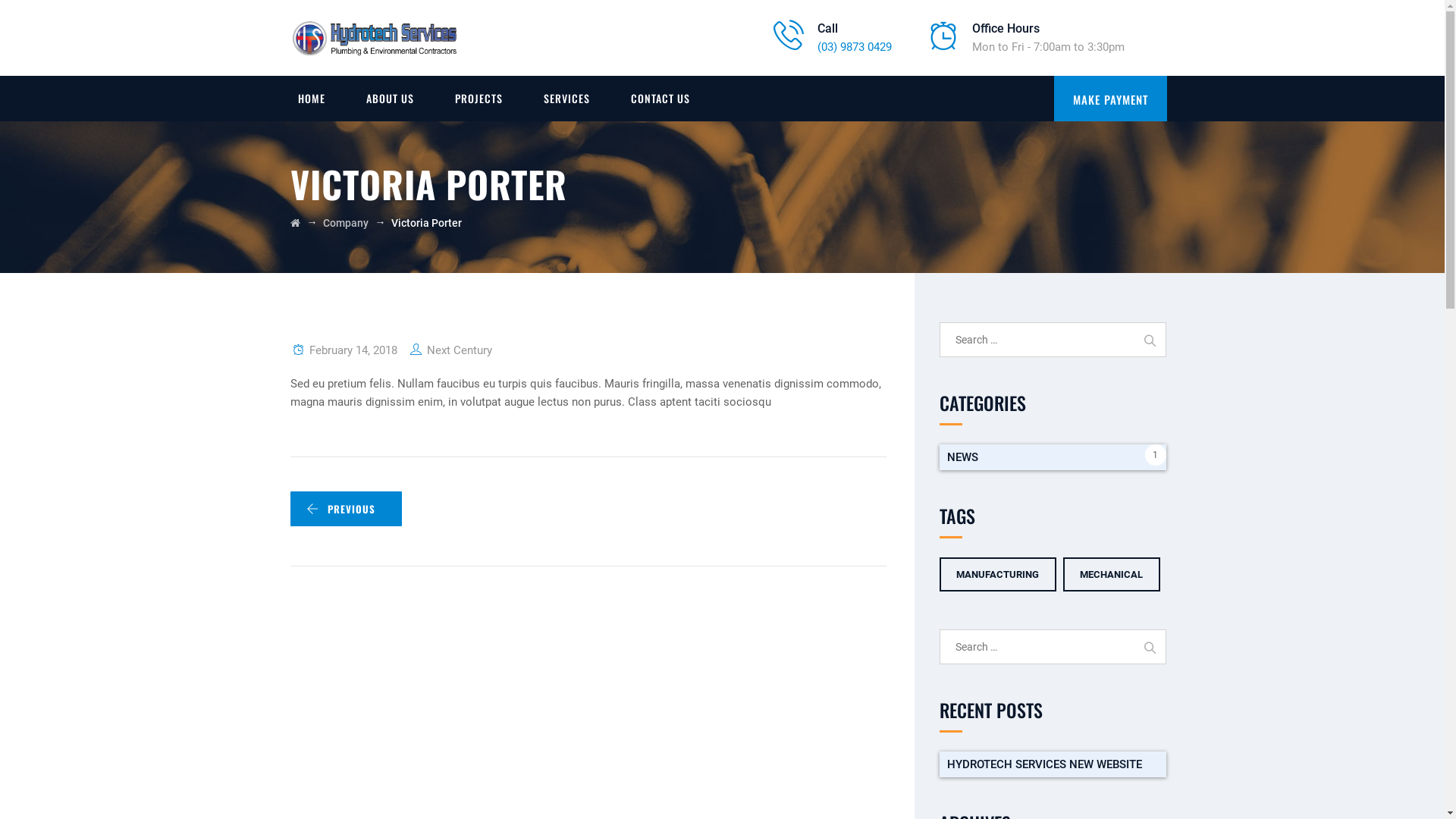 The width and height of the screenshot is (1456, 819). What do you see at coordinates (345, 222) in the screenshot?
I see `'Company'` at bounding box center [345, 222].